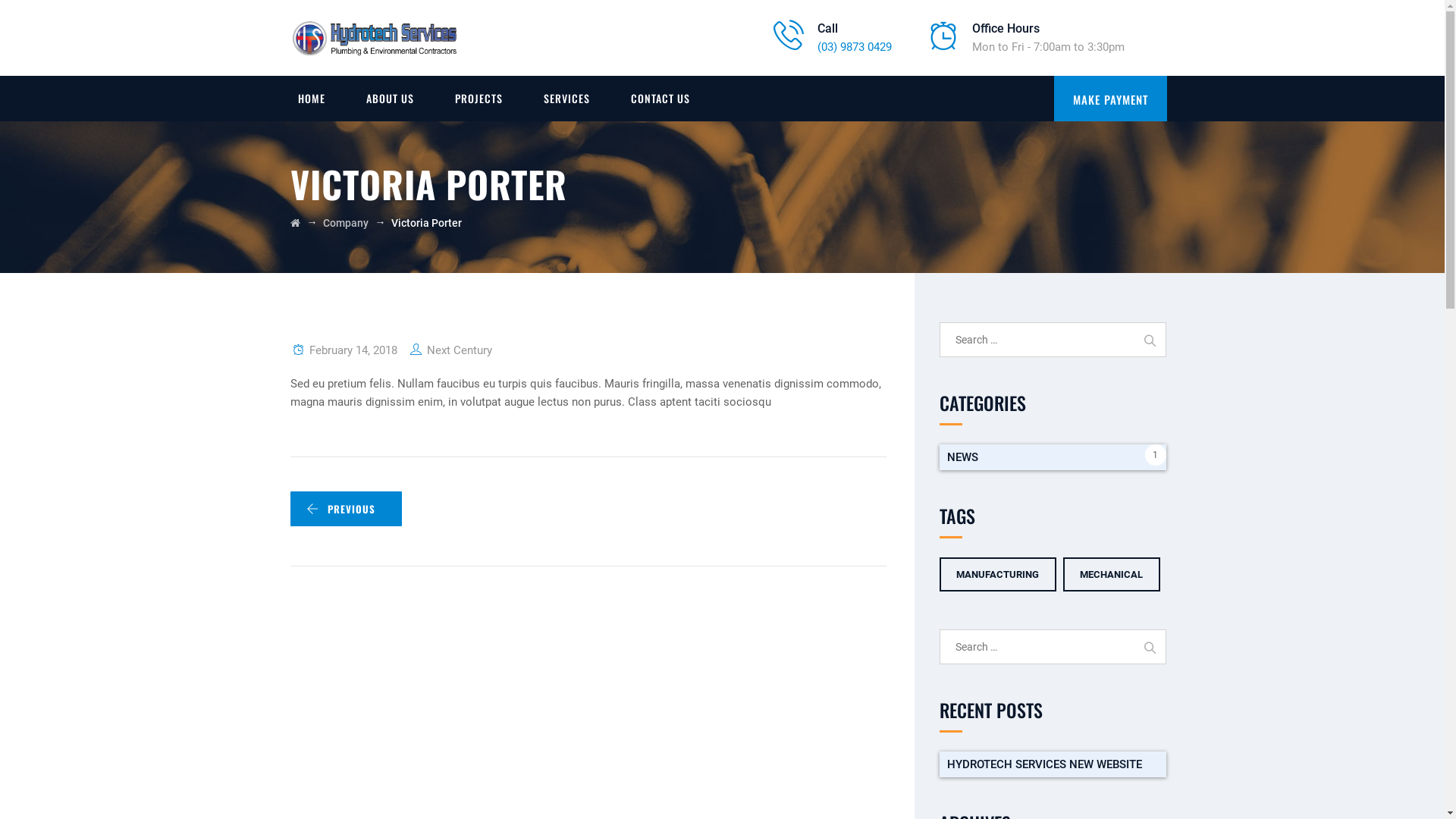 The width and height of the screenshot is (1456, 819). What do you see at coordinates (345, 222) in the screenshot?
I see `'Company'` at bounding box center [345, 222].